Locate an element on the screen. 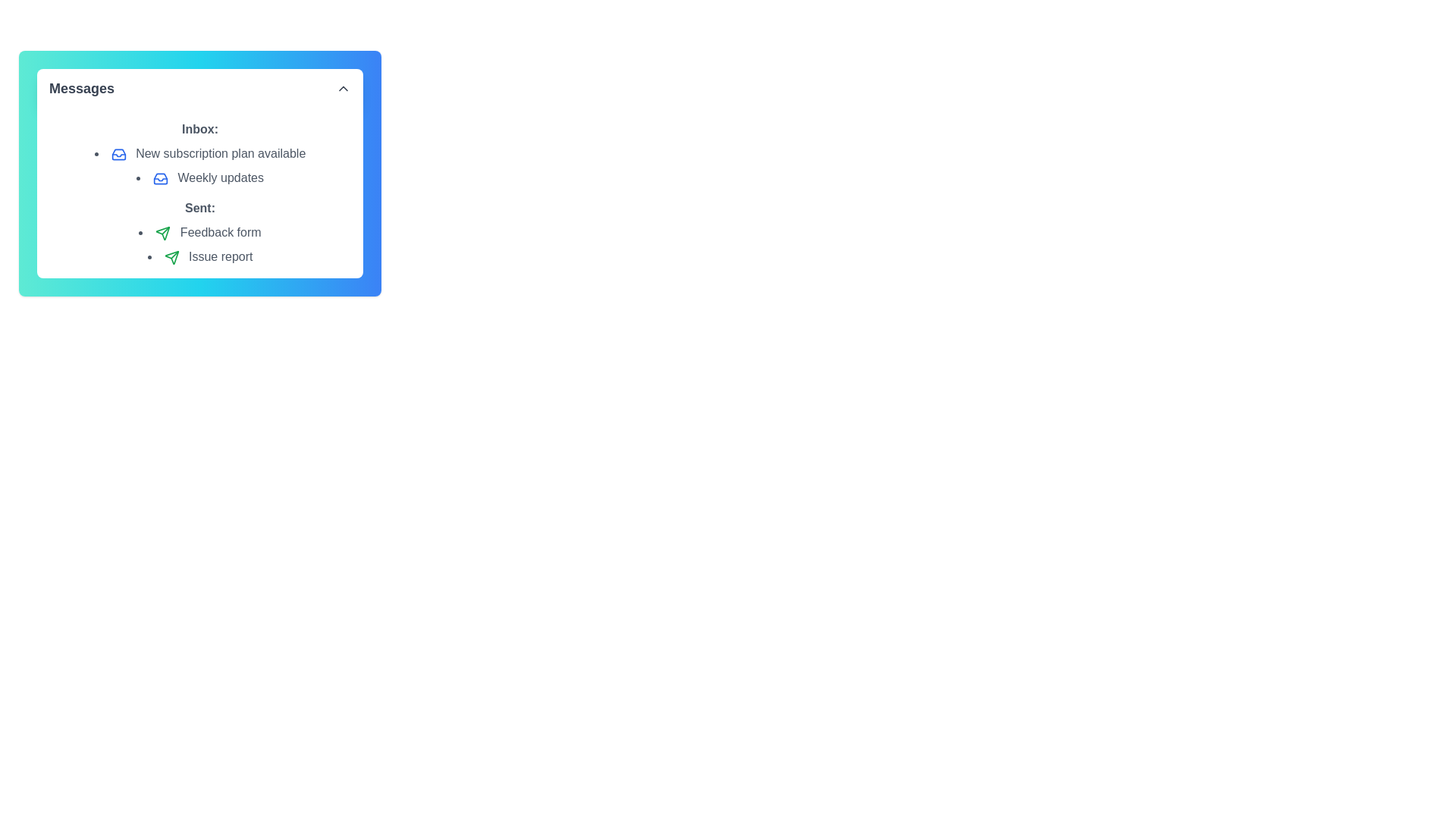 The height and width of the screenshot is (819, 1456). the embedded icons in the 'Messages' card UI component, which features a gradient background and includes categories 'Inbox' and 'Sent' is located at coordinates (199, 172).